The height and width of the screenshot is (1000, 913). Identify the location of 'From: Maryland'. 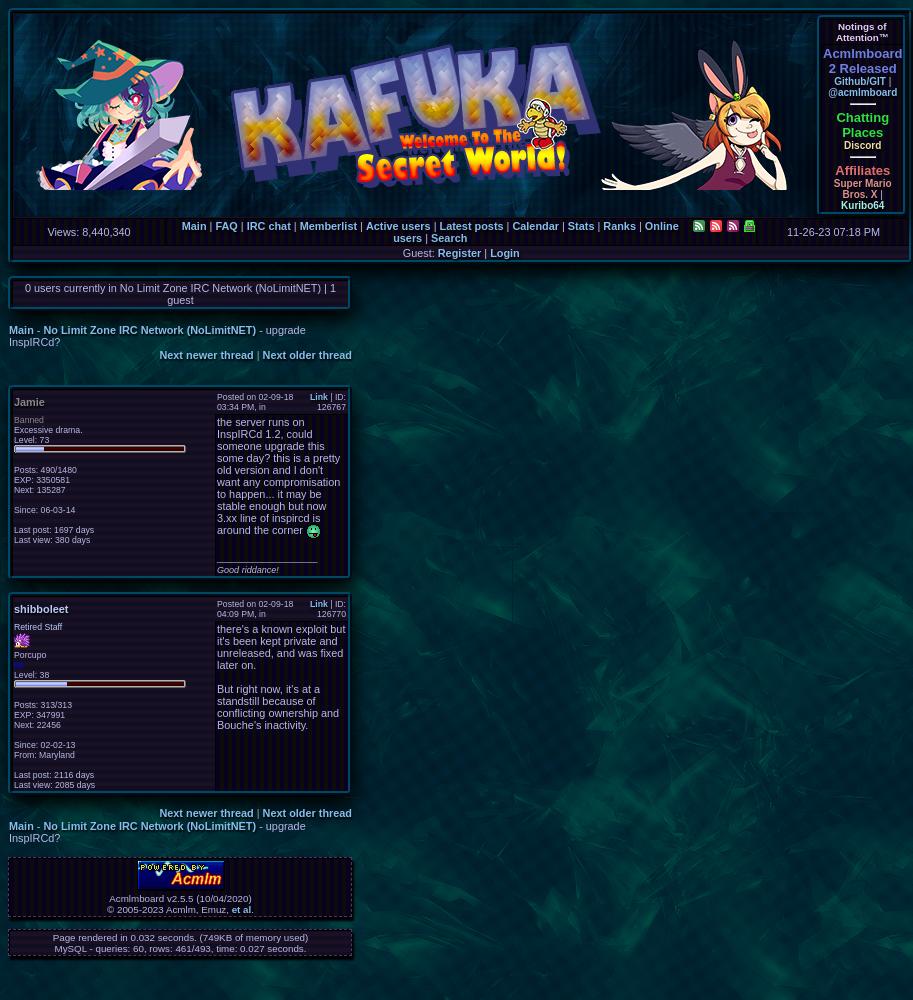
(43, 755).